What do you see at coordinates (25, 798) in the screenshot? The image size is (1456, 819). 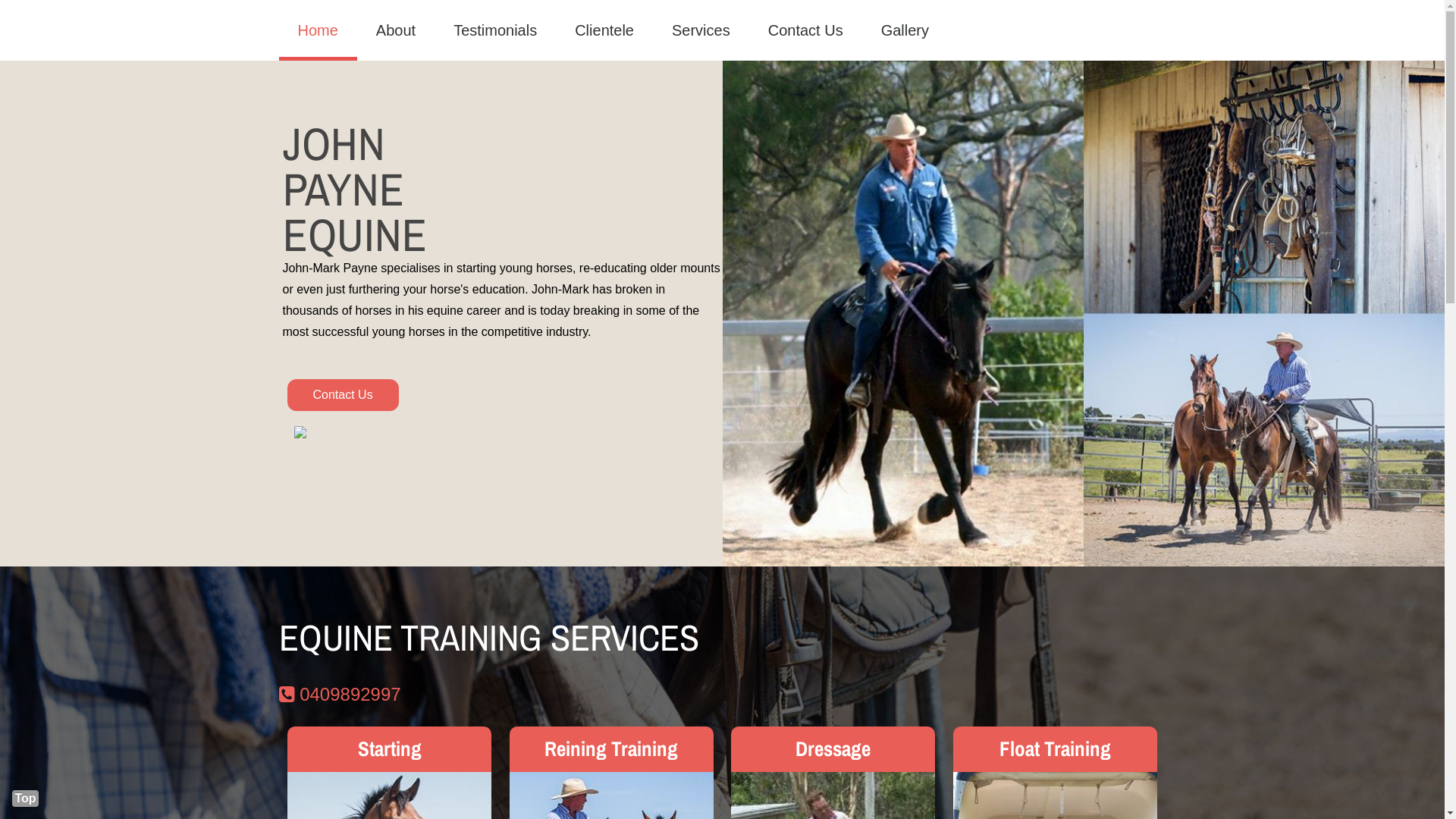 I see `'Top'` at bounding box center [25, 798].